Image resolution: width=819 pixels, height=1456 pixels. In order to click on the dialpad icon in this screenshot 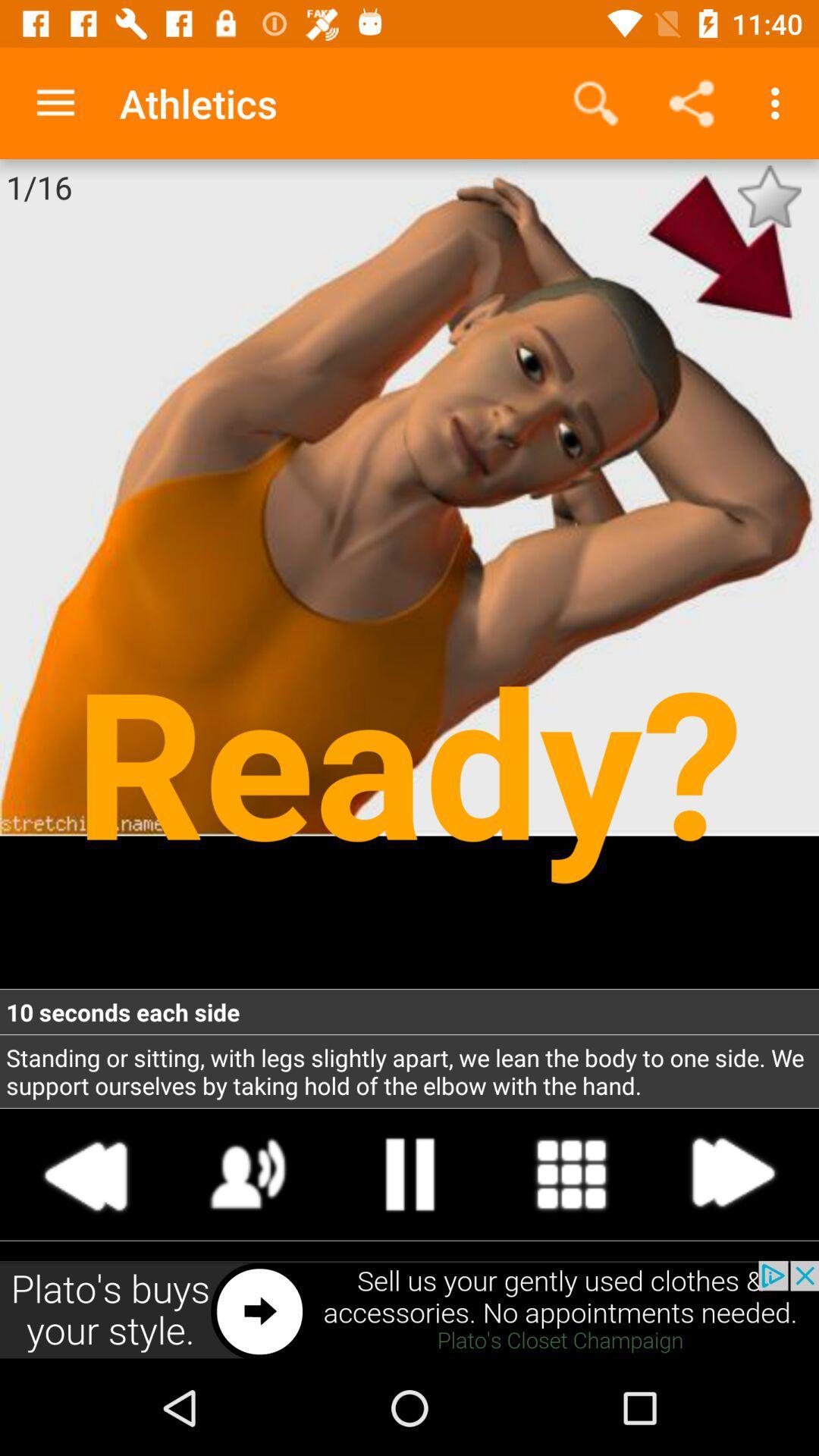, I will do `click(571, 1173)`.